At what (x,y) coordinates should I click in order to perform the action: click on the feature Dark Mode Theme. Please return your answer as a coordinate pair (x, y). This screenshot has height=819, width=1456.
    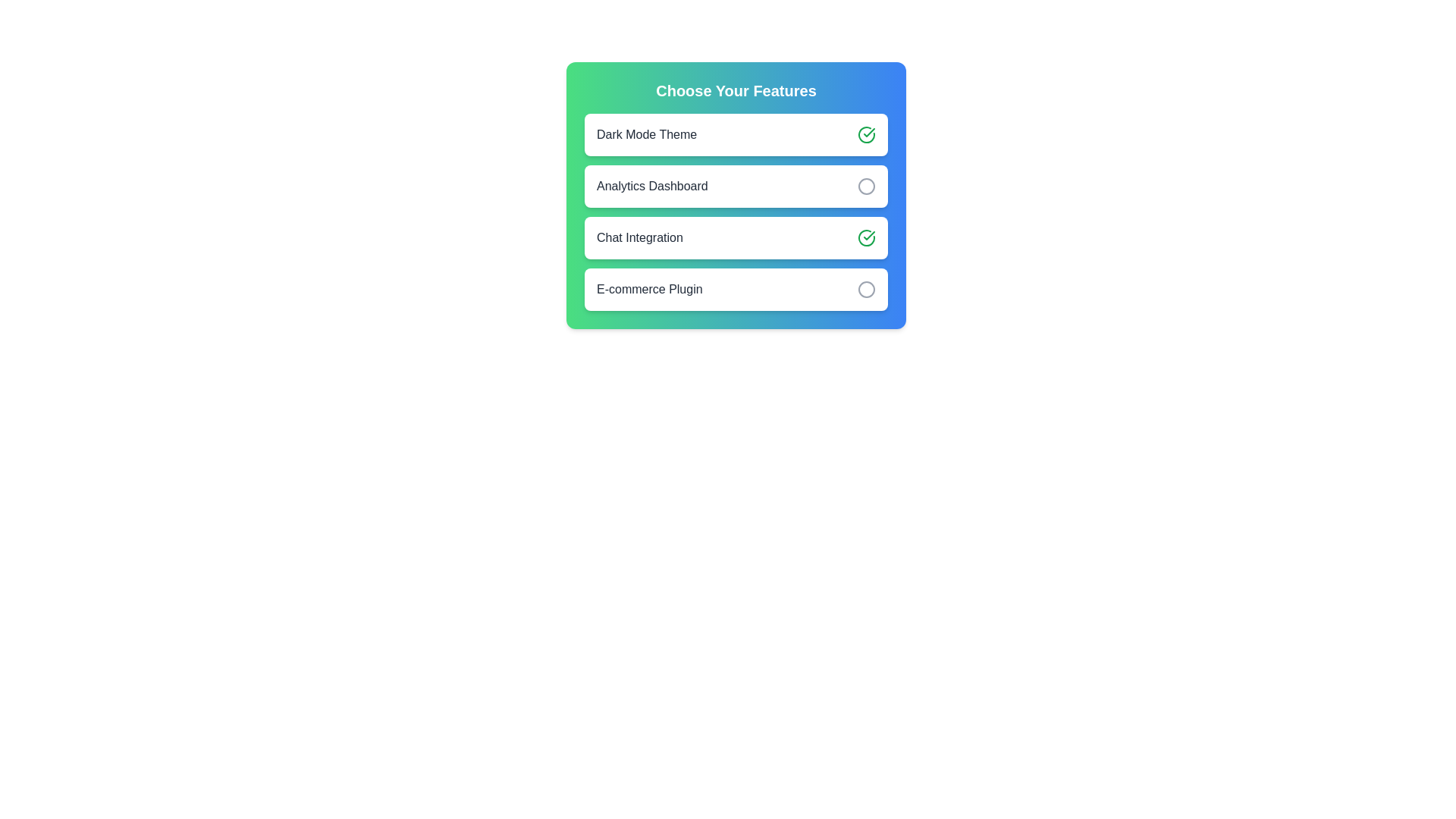
    Looking at the image, I should click on (866, 133).